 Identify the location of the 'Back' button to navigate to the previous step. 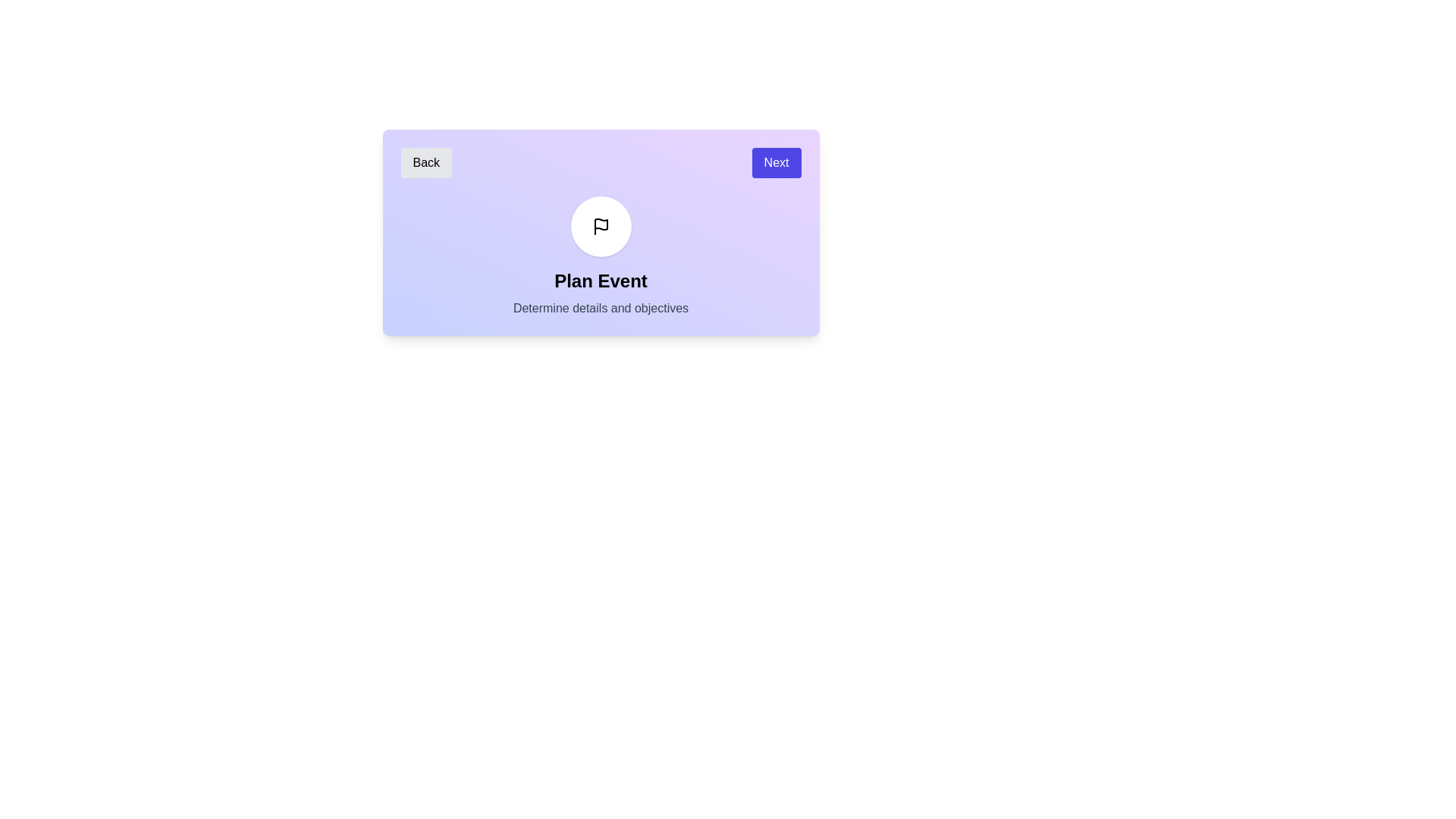
(425, 163).